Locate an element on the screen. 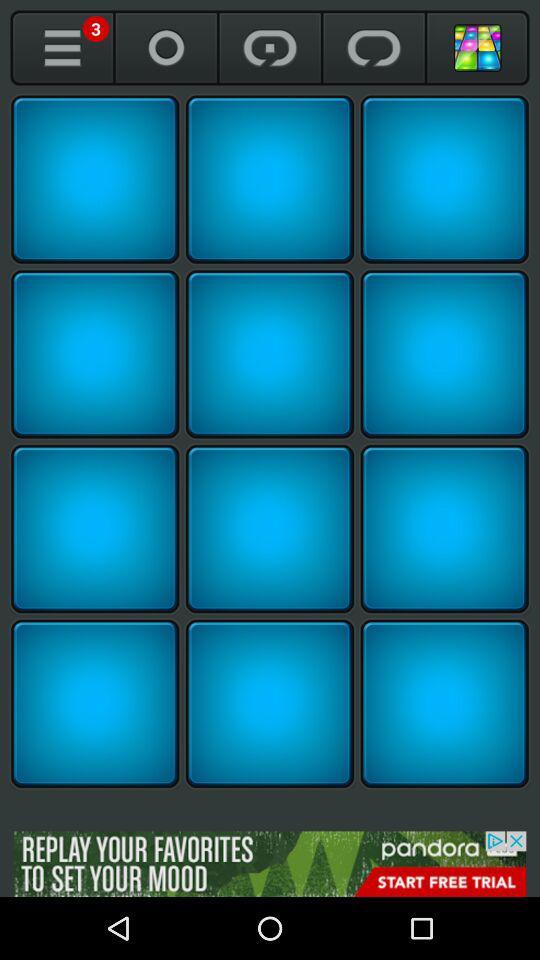 The image size is (540, 960). field is located at coordinates (94, 178).